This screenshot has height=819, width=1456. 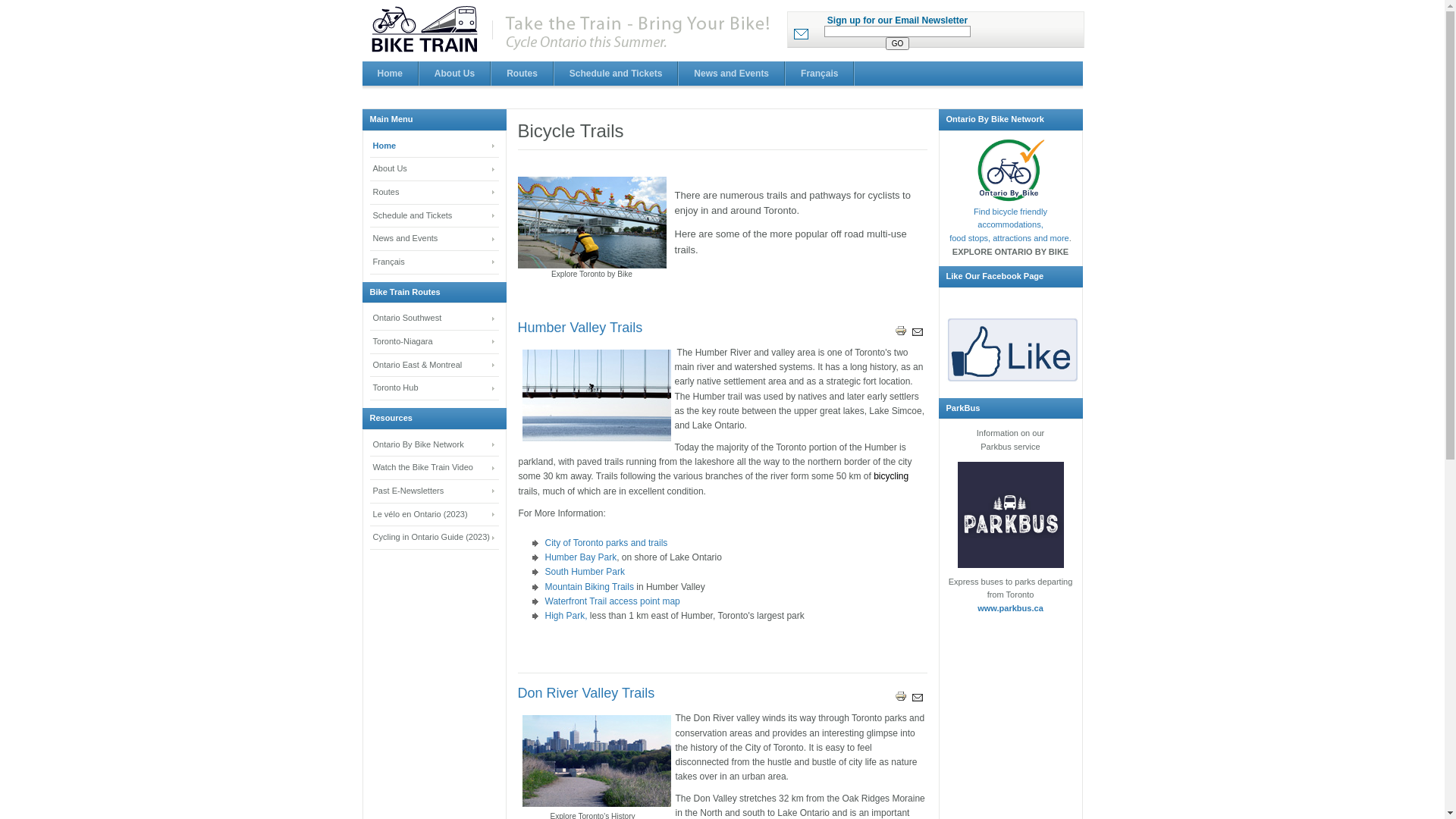 I want to click on 'Explore Toronto by Bike', so click(x=590, y=222).